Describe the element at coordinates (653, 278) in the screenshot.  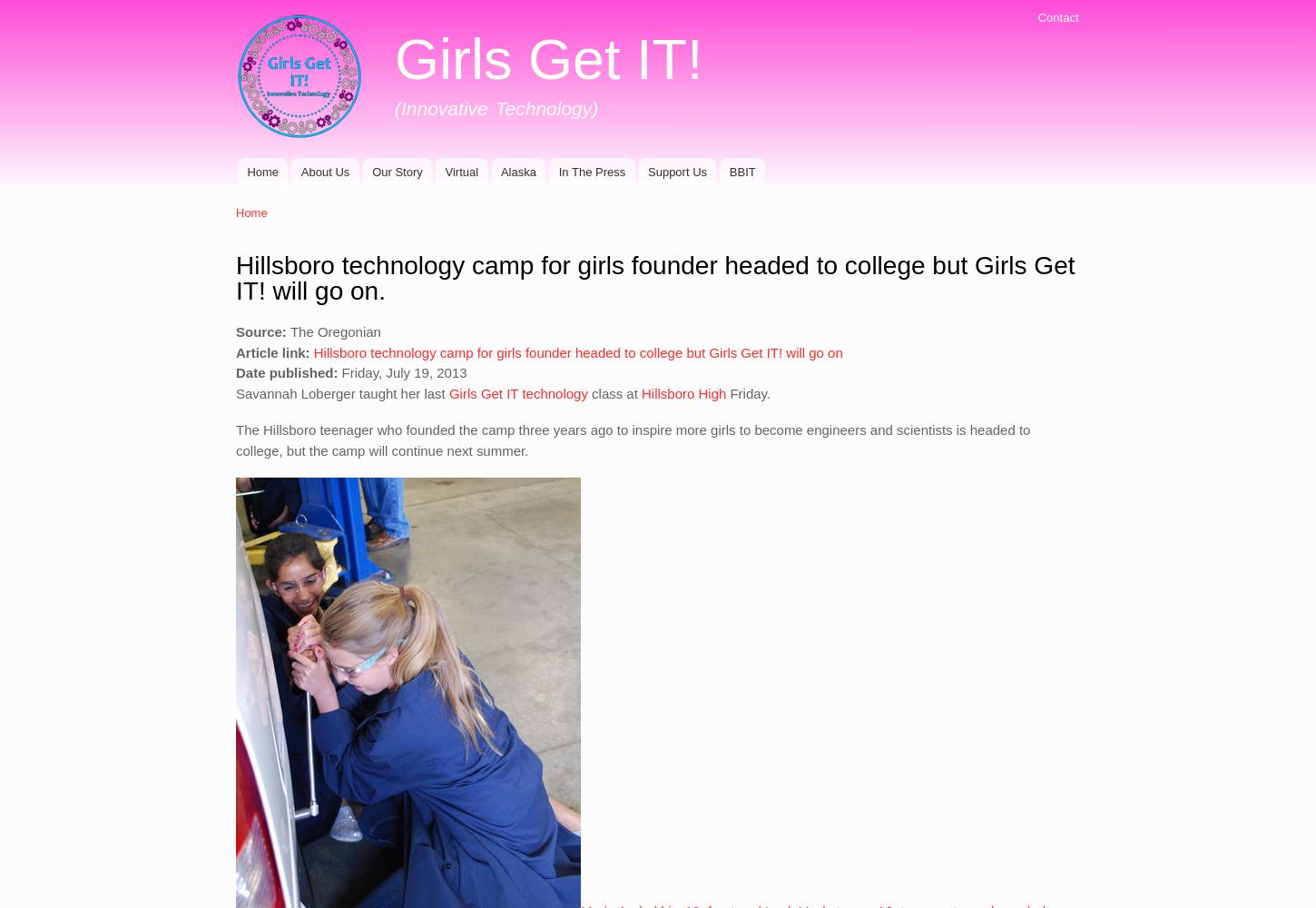
I see `'Hillsboro technology camp for girls founder headed to college but Girls Get IT! will go on.'` at that location.